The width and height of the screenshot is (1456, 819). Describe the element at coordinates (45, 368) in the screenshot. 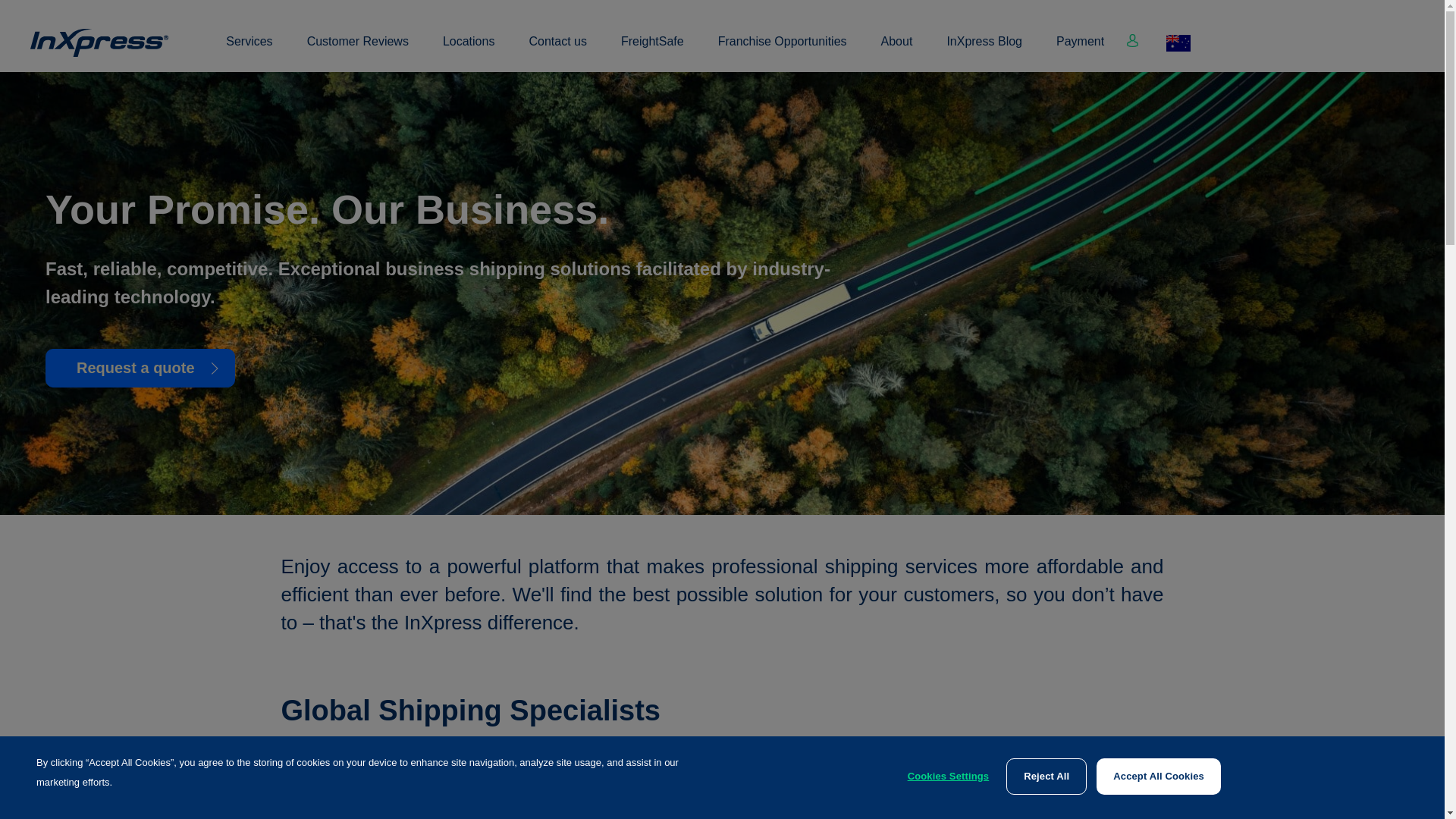

I see `'Request a quote'` at that location.